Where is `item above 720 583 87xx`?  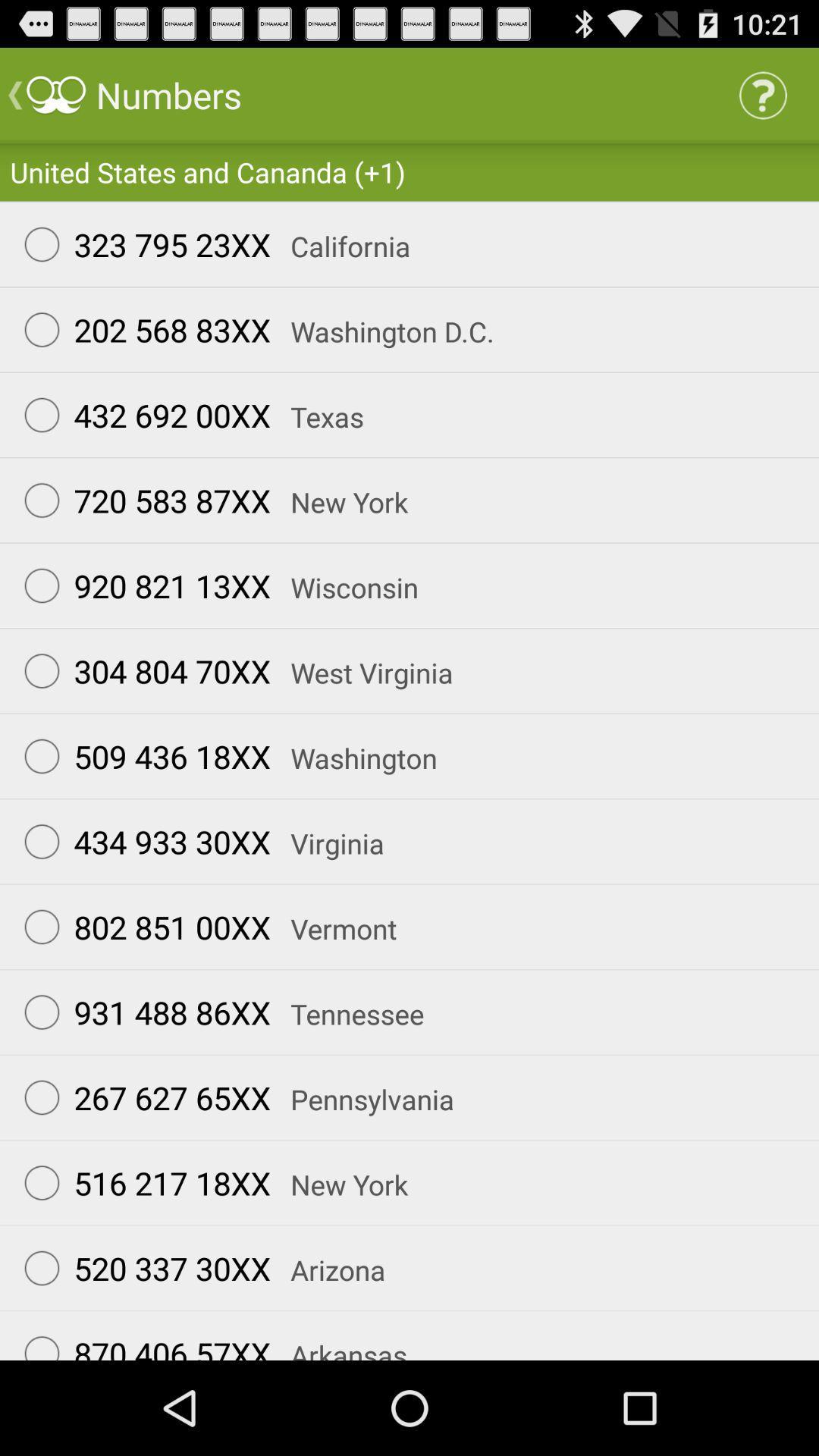
item above 720 583 87xx is located at coordinates (140, 415).